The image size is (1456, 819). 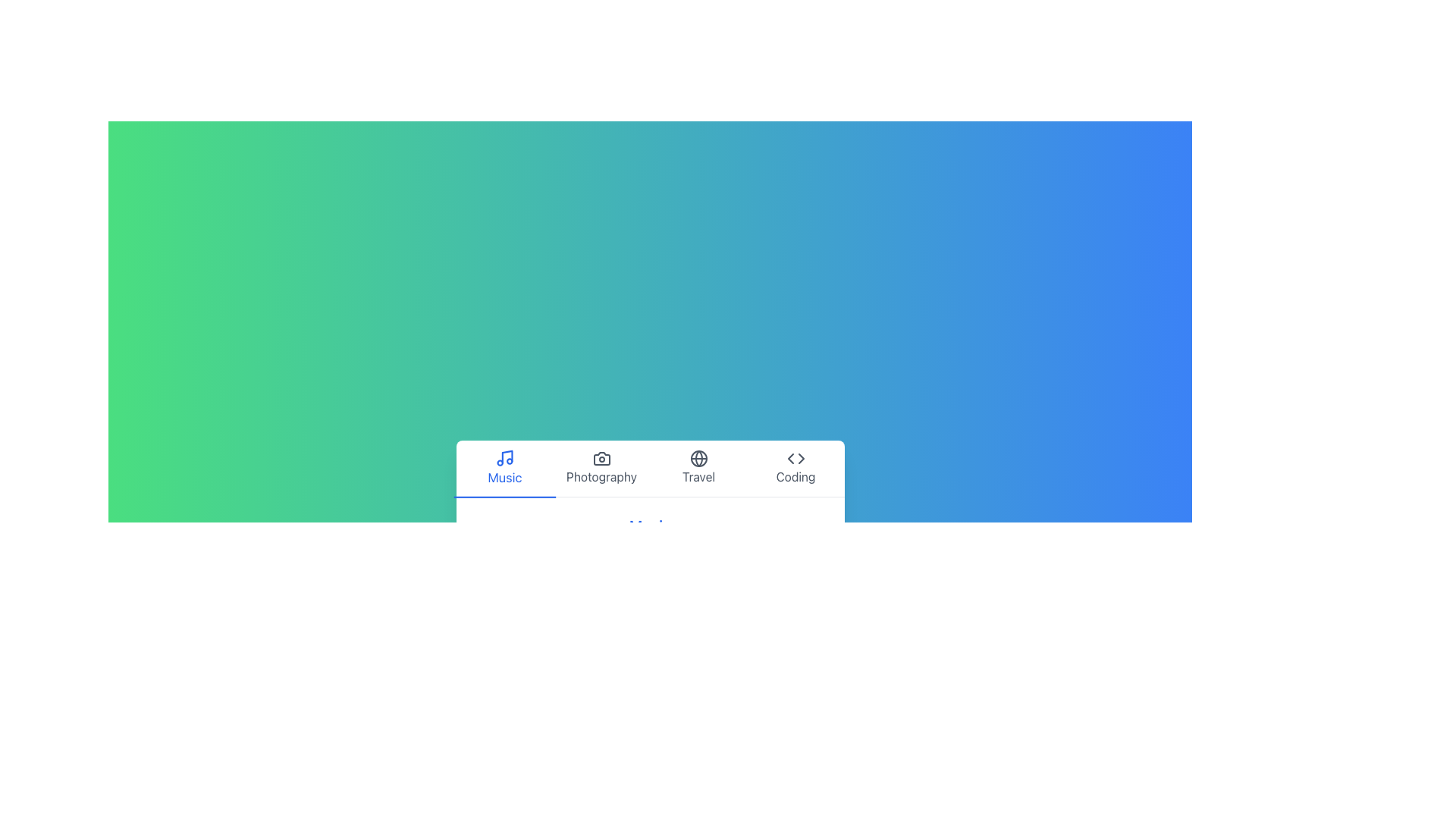 What do you see at coordinates (601, 475) in the screenshot?
I see `the 'Photography' label in the navigation menu located at the bottom of the interface, positioned below the camera icon and between the 'Music' and 'Travel' sections` at bounding box center [601, 475].